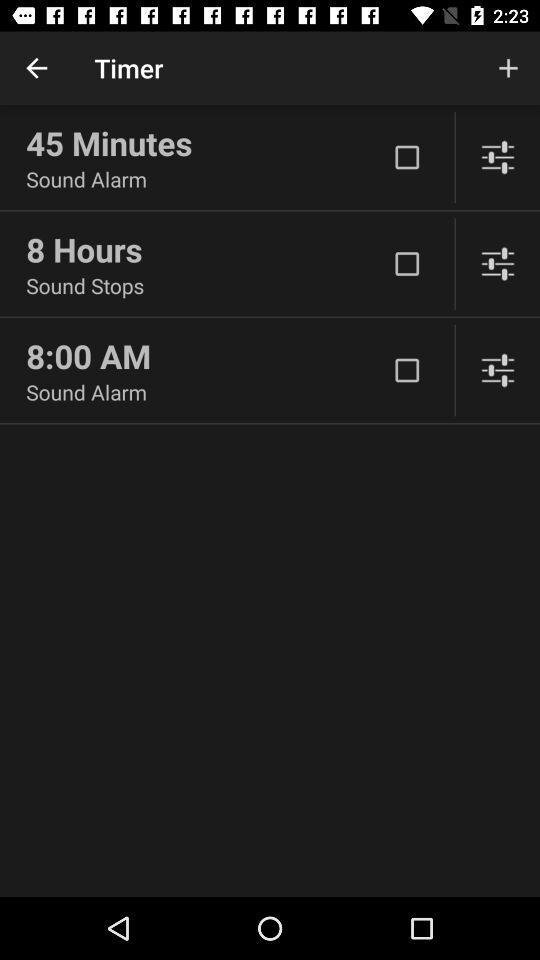 This screenshot has height=960, width=540. What do you see at coordinates (496, 369) in the screenshot?
I see `alarm setting` at bounding box center [496, 369].